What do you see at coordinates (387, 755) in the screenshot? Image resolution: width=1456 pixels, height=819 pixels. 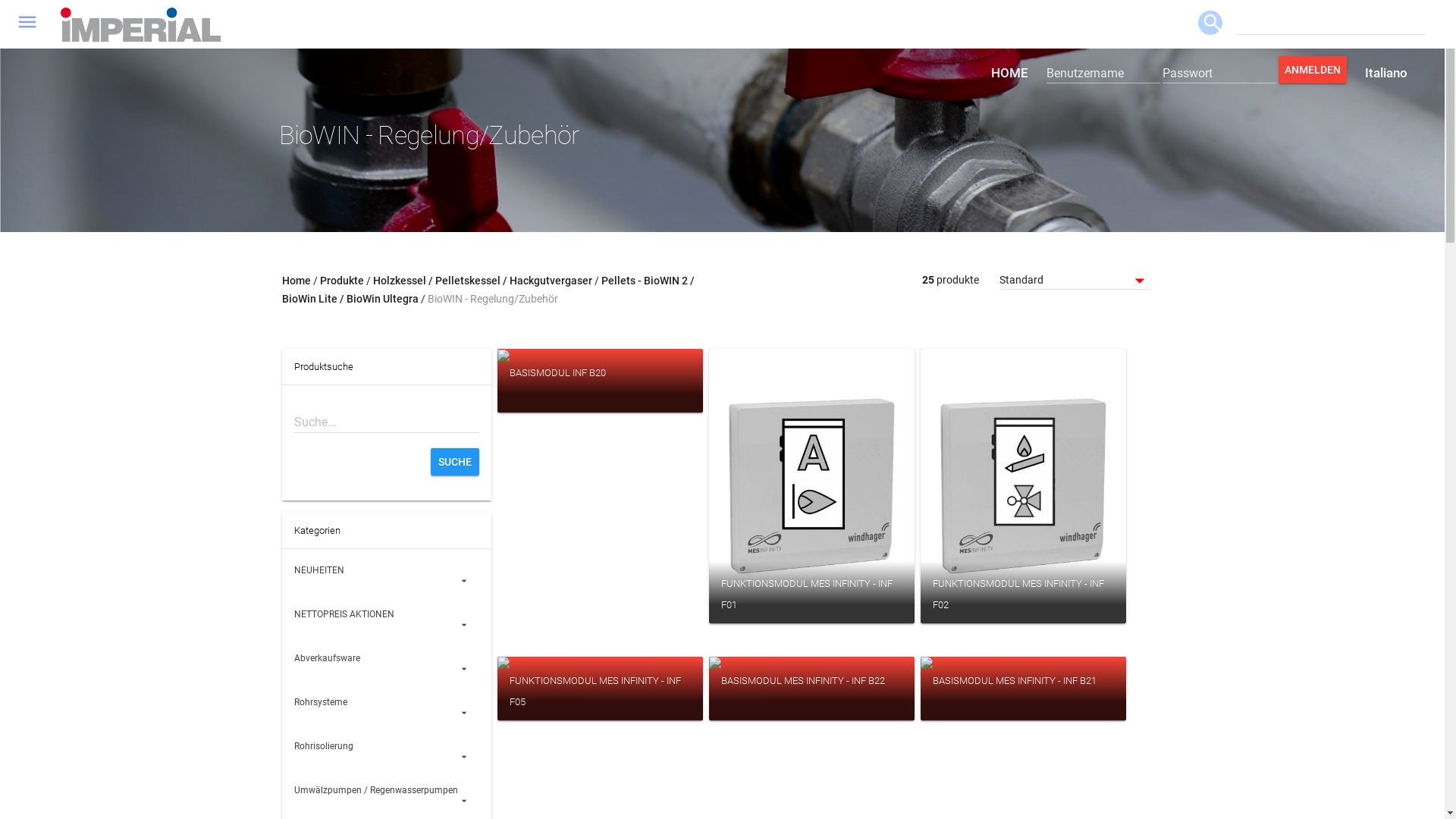 I see `'Rohrisolierung` at bounding box center [387, 755].